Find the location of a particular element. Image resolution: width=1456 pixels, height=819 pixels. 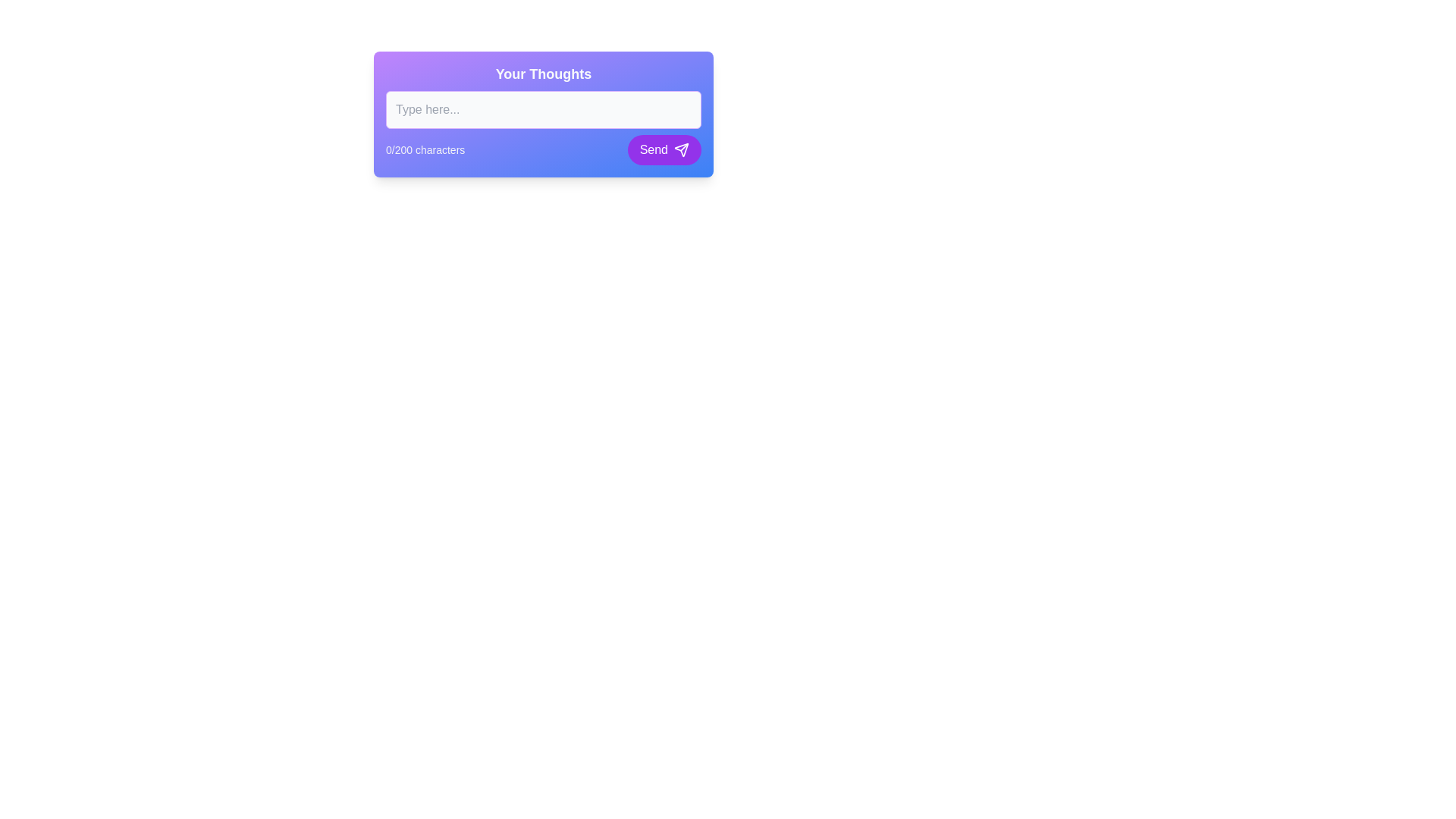

the 'Your Thoughts' text label, which is a bold, large font title at the top of a gradient background transitioning from purple to blue is located at coordinates (543, 74).